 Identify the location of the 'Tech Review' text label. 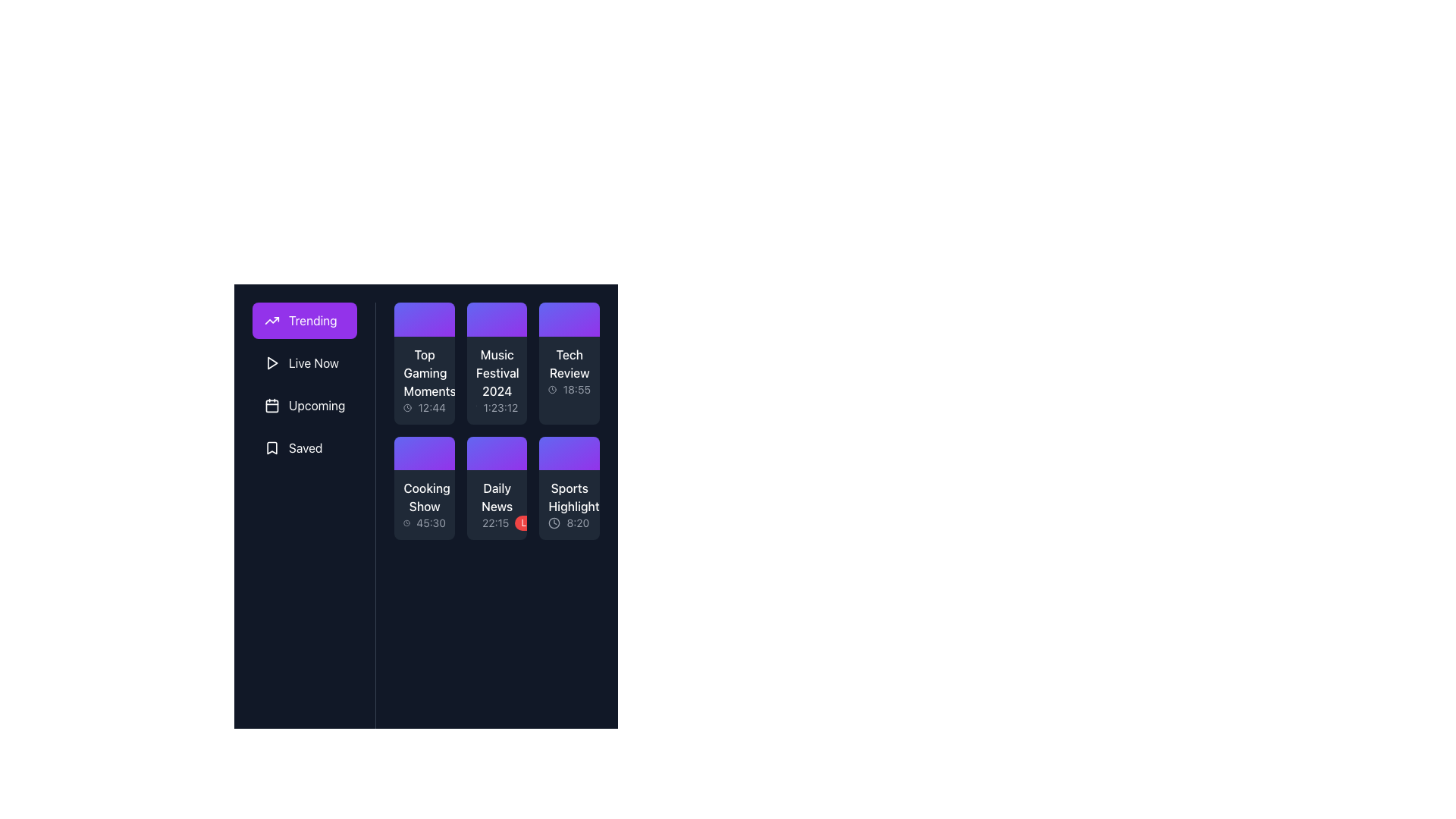
(569, 363).